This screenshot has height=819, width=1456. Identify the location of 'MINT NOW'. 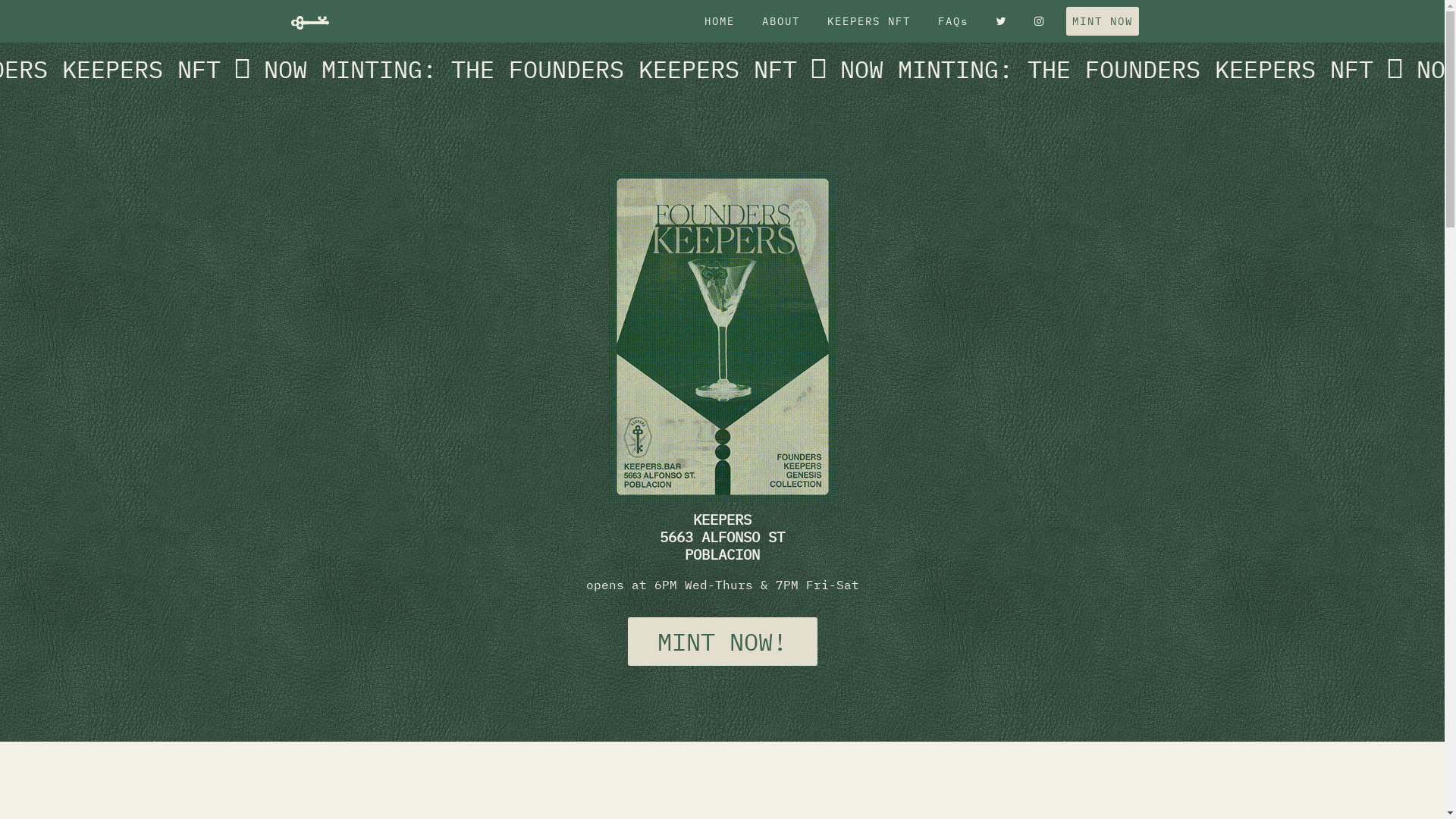
(1103, 20).